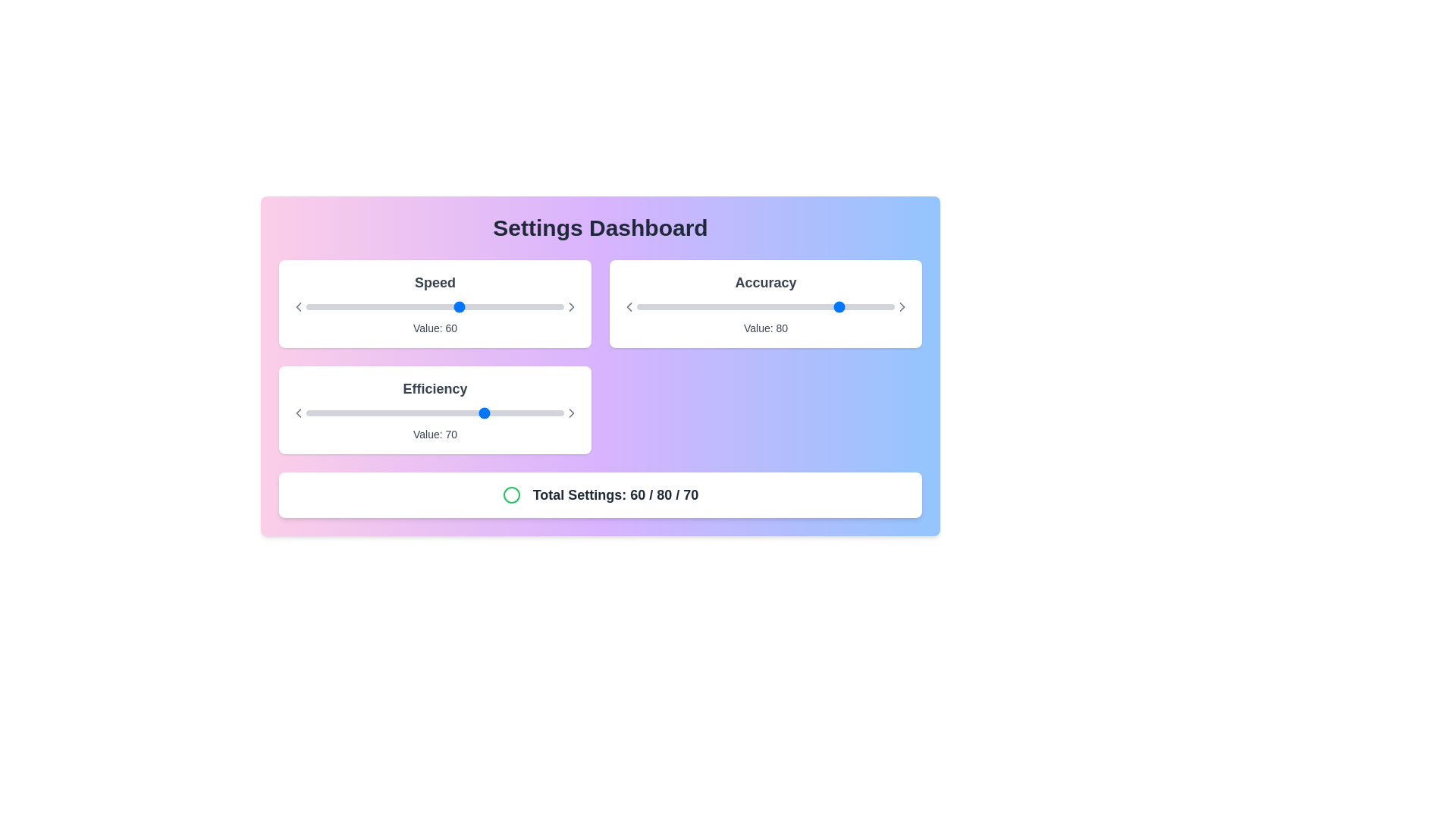 Image resolution: width=1456 pixels, height=819 pixels. I want to click on accuracy slider, so click(654, 307).